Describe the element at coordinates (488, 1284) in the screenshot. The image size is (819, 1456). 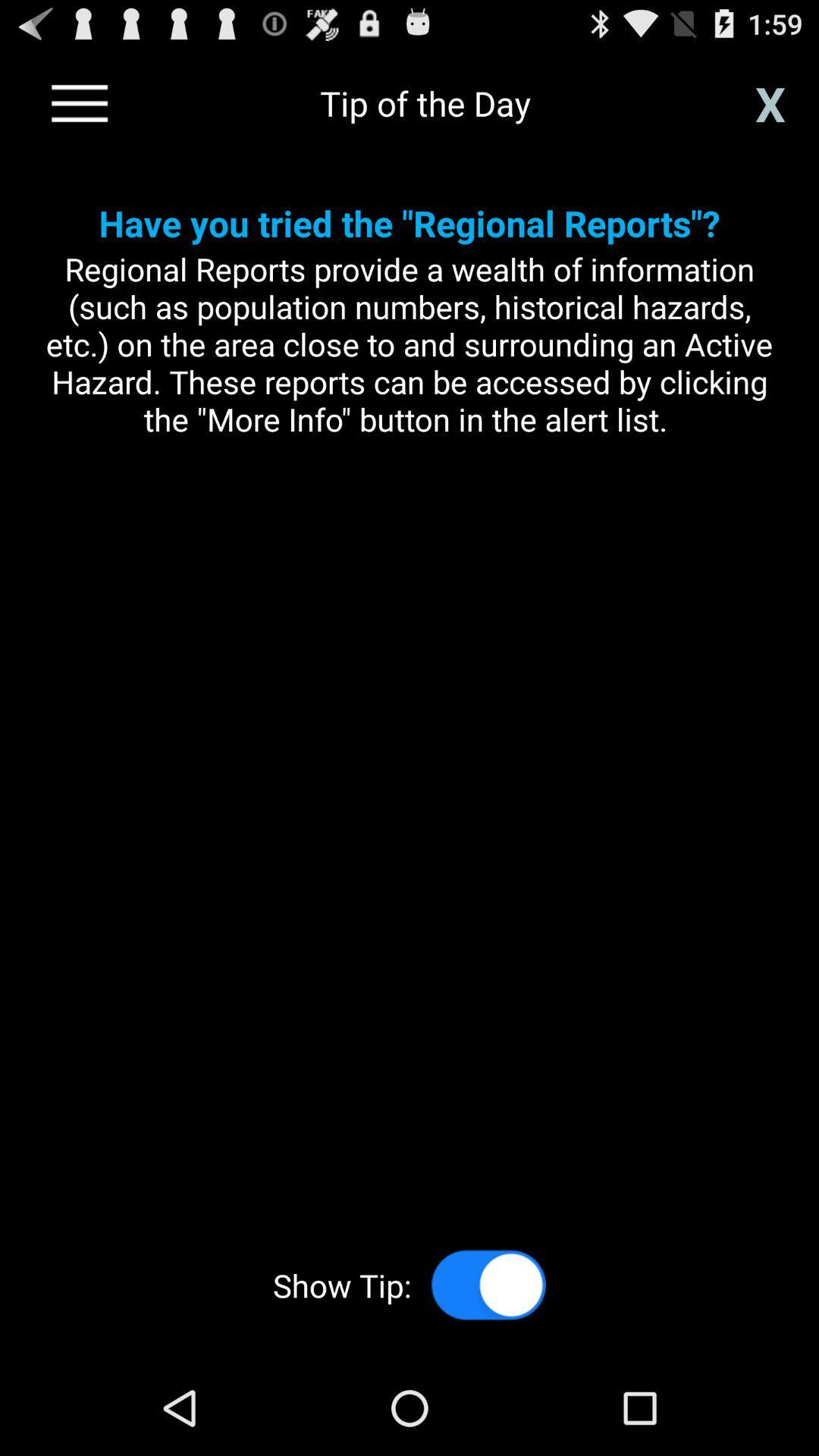
I see `on` at that location.